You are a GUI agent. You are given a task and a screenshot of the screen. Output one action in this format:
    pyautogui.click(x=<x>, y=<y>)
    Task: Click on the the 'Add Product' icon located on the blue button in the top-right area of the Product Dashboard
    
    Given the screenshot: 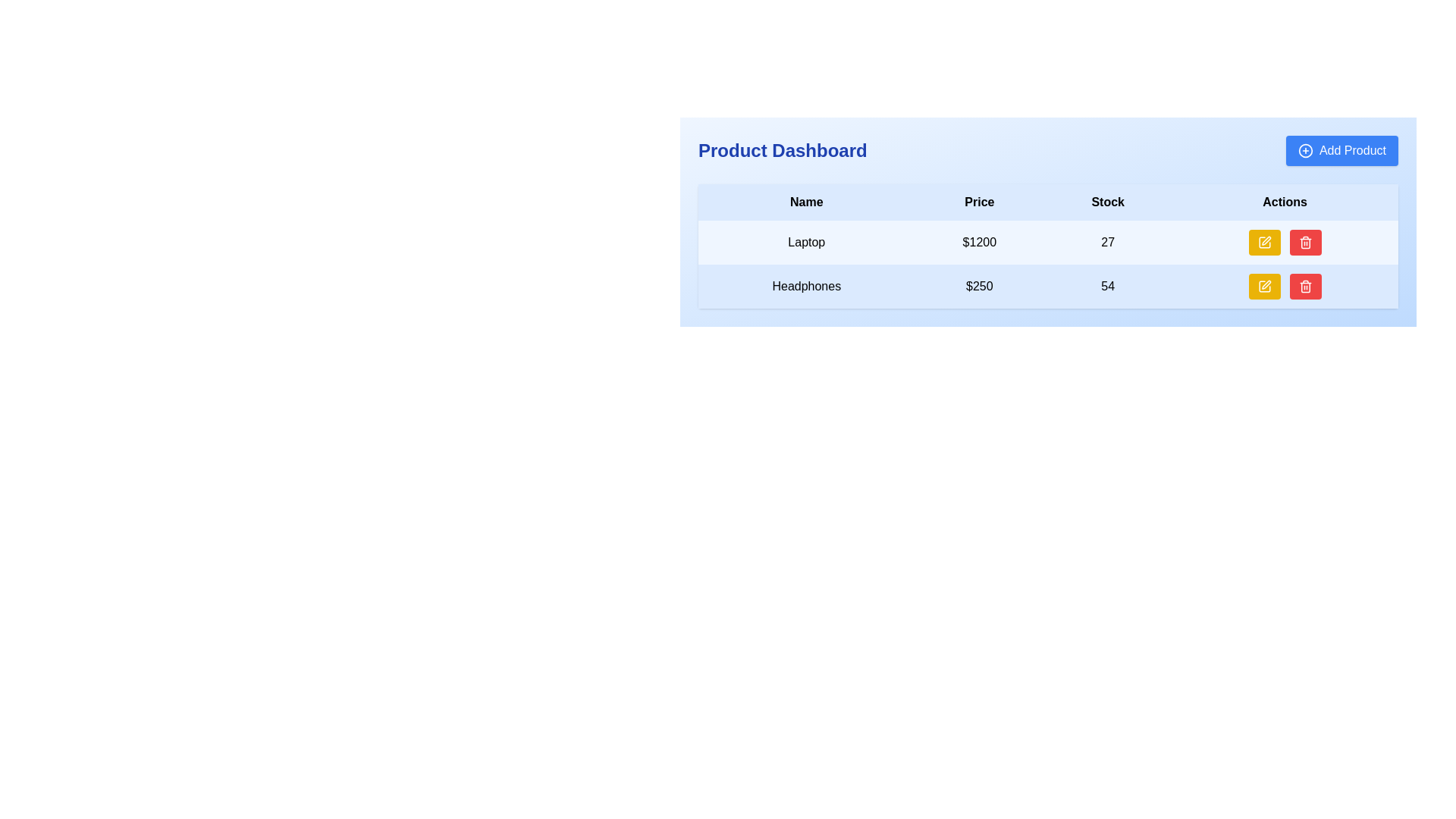 What is the action you would take?
    pyautogui.click(x=1304, y=151)
    